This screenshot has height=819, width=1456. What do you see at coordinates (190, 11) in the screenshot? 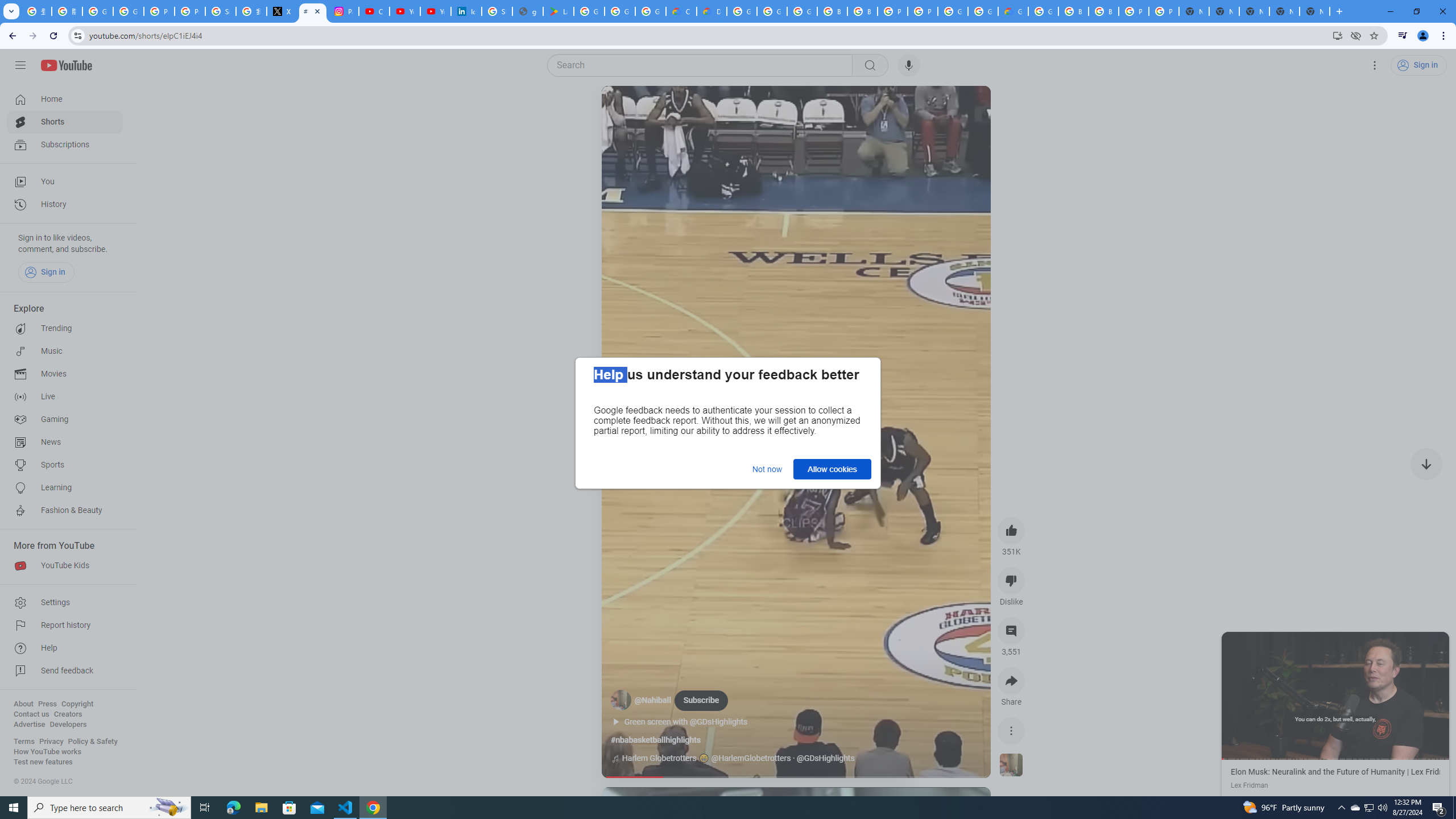
I see `'Privacy Help Center - Policies Help'` at bounding box center [190, 11].